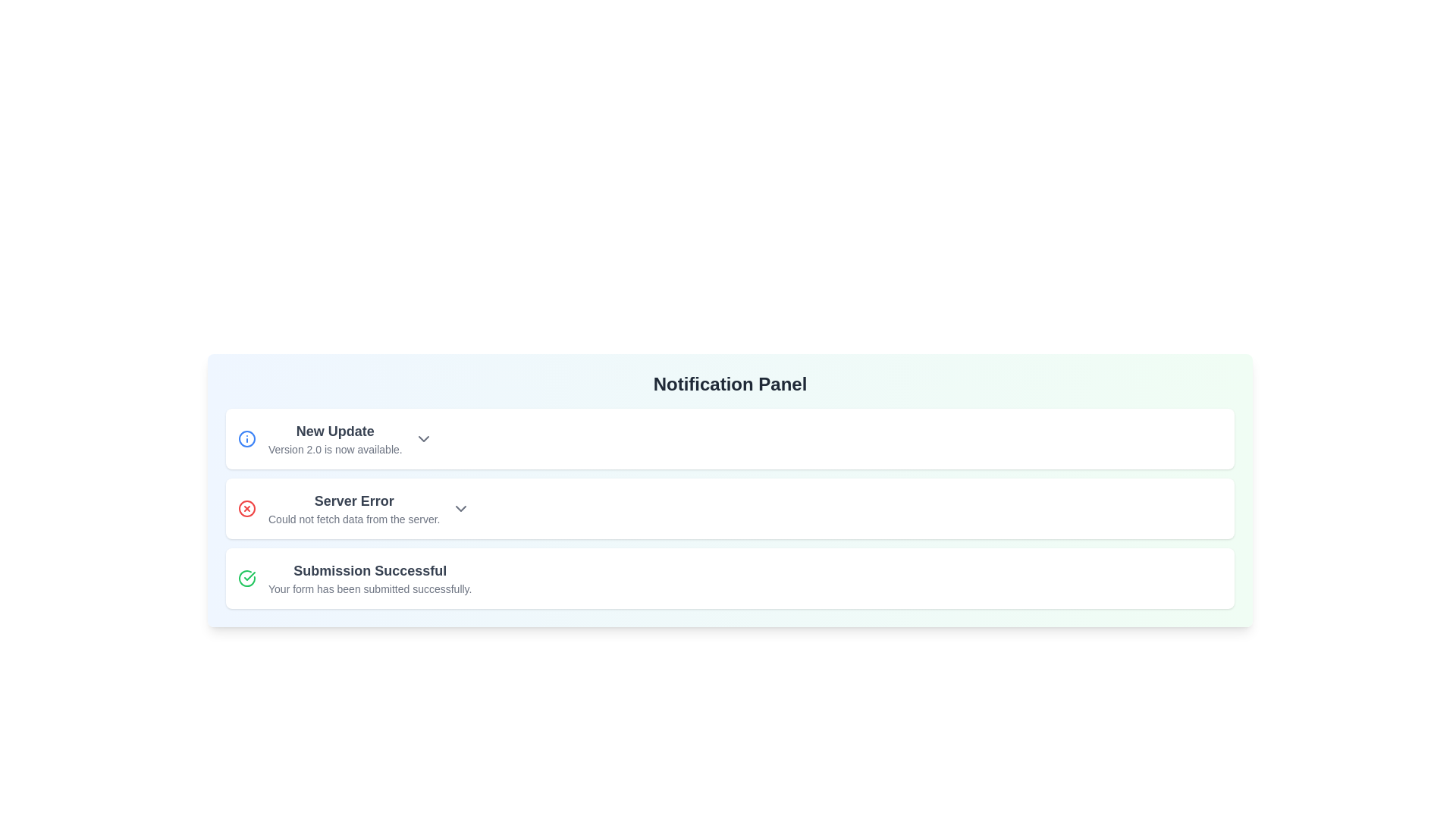 The image size is (1456, 819). I want to click on error message displayed in the text block titled 'Server Error' which indicates a failure to fetch data from the server, so click(353, 509).